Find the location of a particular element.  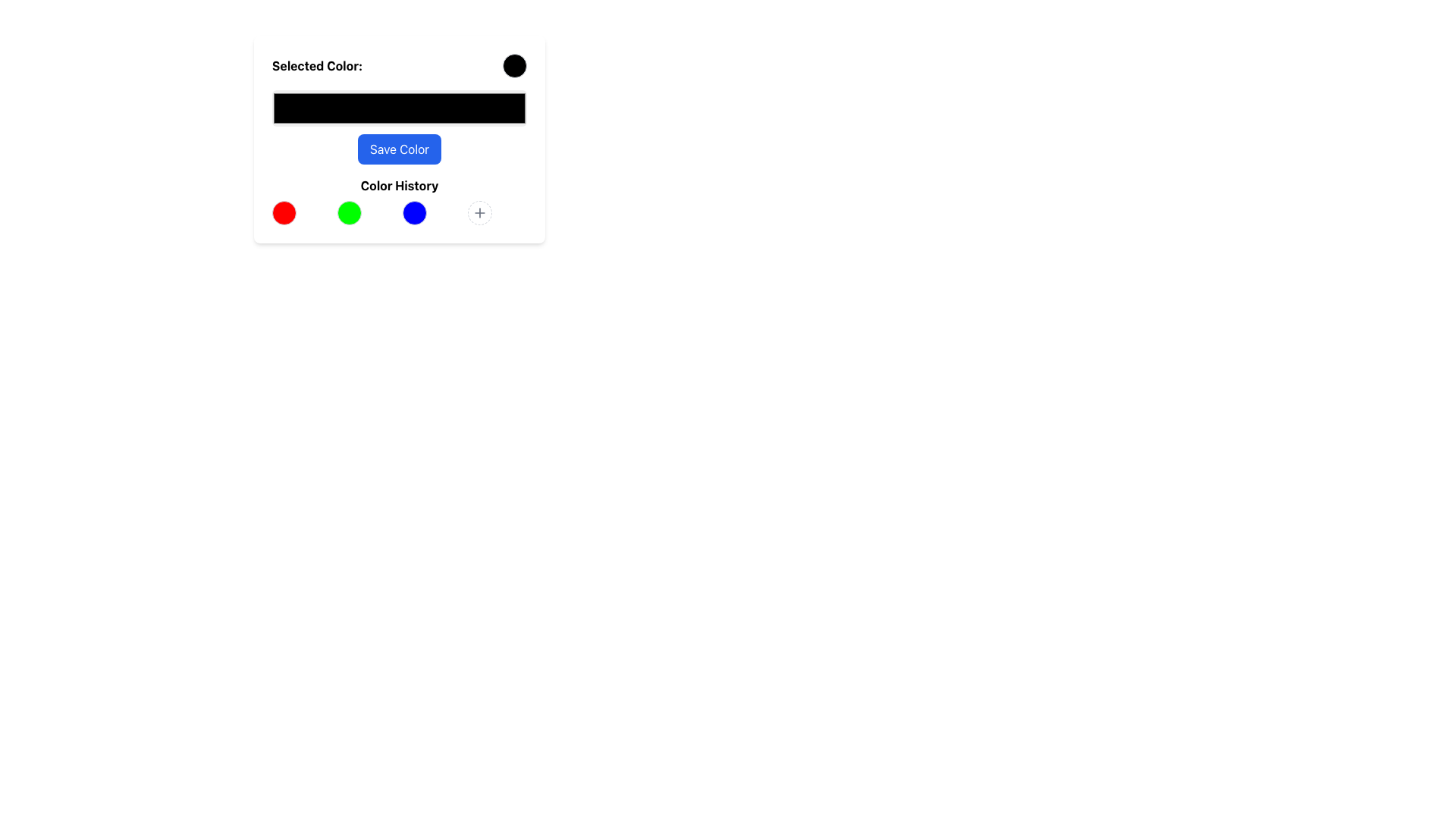

the circular gray button with a plus symbol located in the lower-right corner of the main card in the 'Color History' section for additional actions is located at coordinates (479, 213).